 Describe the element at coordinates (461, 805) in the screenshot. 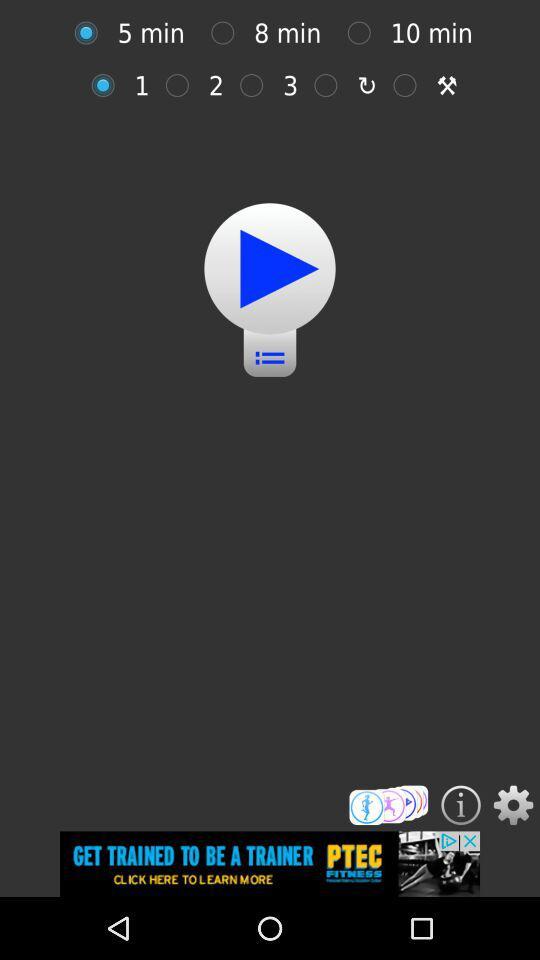

I see `get more info` at that location.